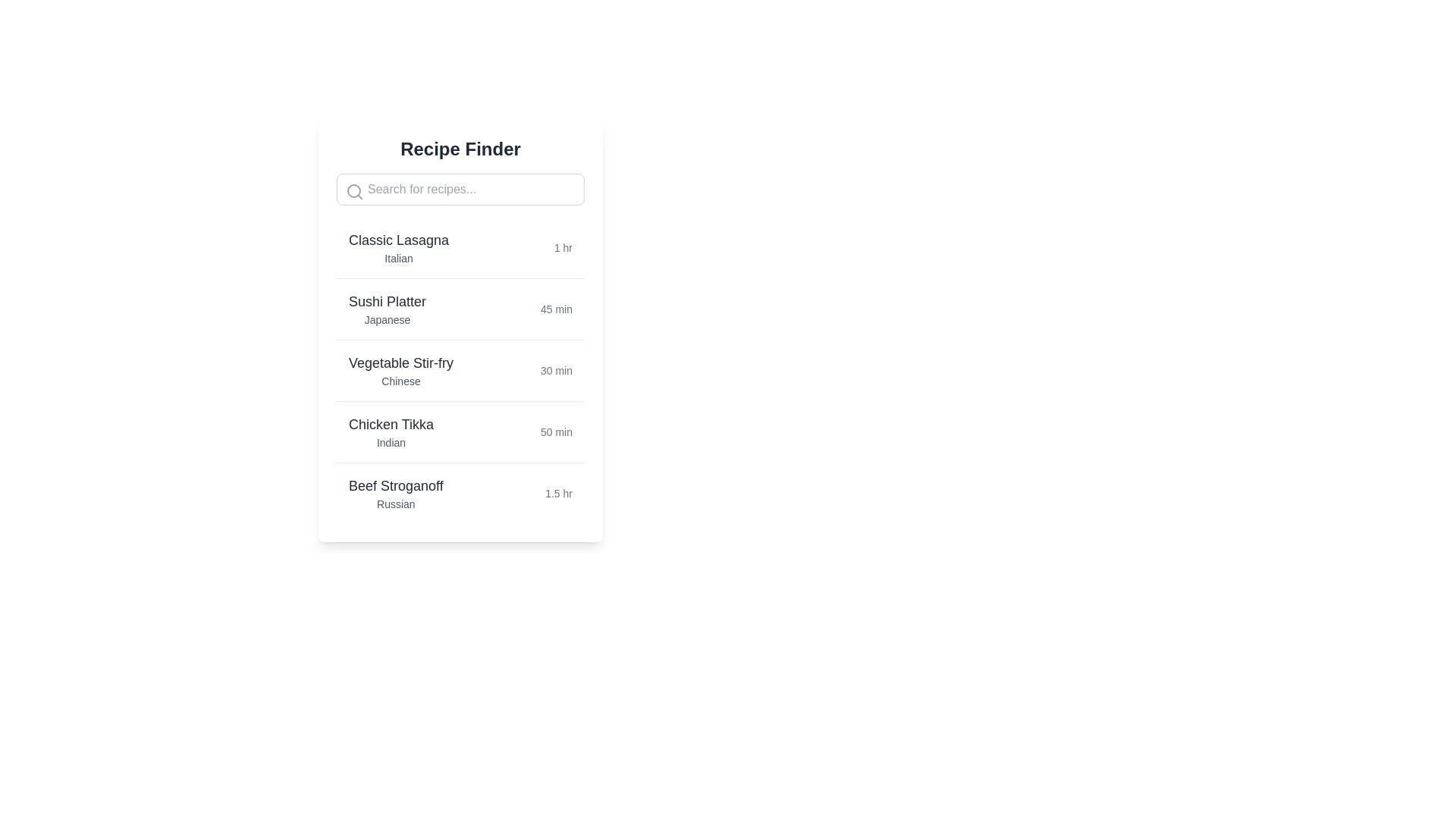 The image size is (1456, 819). Describe the element at coordinates (399, 239) in the screenshot. I see `the 'Classic Lasagna' text label, which is styled in a larger font size and dark gray color, serving as the title for the first entry in the recipe list` at that location.